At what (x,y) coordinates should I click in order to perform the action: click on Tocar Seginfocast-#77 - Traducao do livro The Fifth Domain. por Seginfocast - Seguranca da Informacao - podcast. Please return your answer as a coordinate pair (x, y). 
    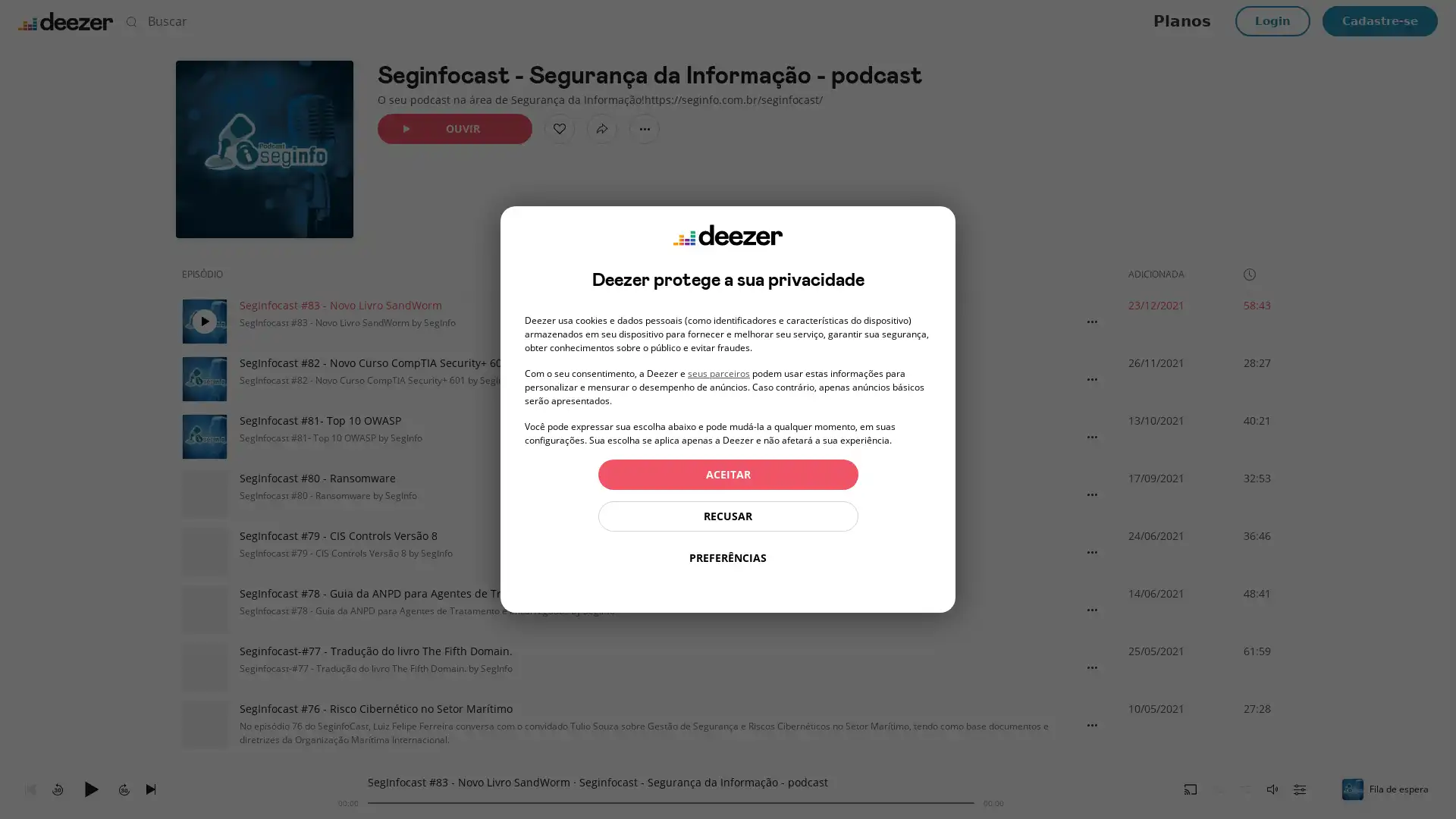
    Looking at the image, I should click on (203, 666).